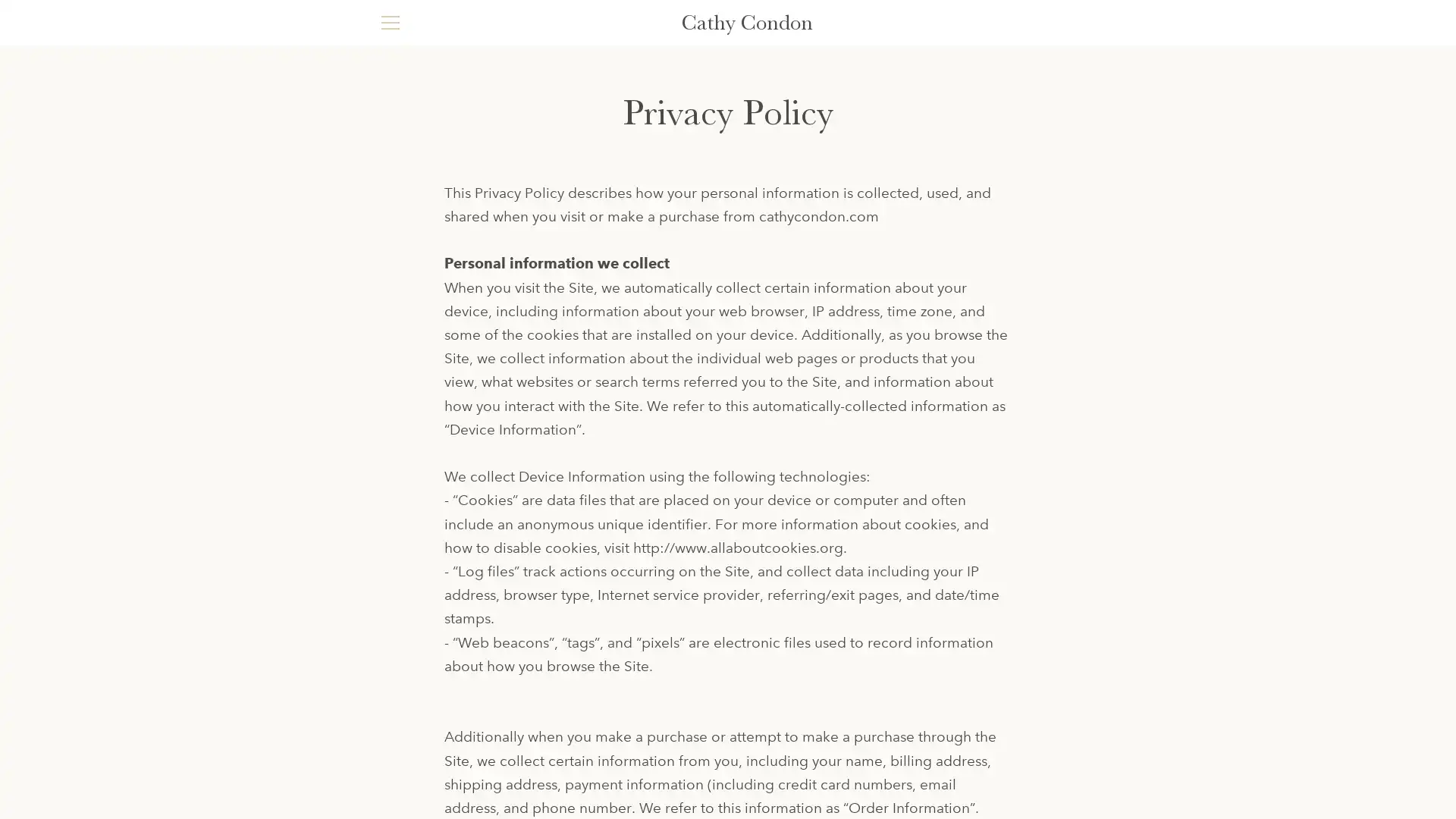  What do you see at coordinates (803, 556) in the screenshot?
I see `SEARCH AGAIN` at bounding box center [803, 556].